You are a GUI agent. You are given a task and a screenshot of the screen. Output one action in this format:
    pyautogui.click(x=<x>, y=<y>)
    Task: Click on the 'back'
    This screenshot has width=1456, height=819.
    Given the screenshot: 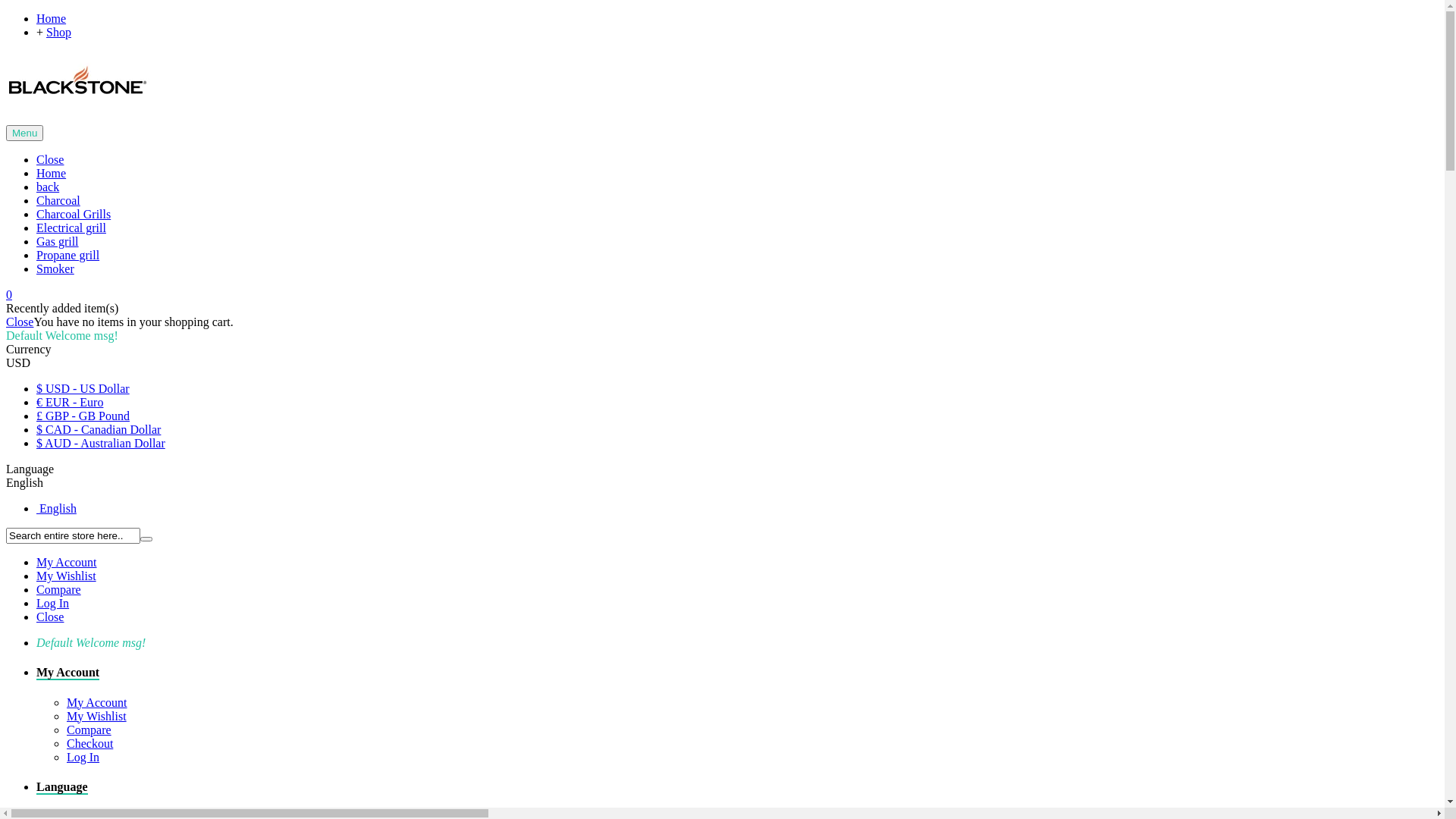 What is the action you would take?
    pyautogui.click(x=47, y=186)
    